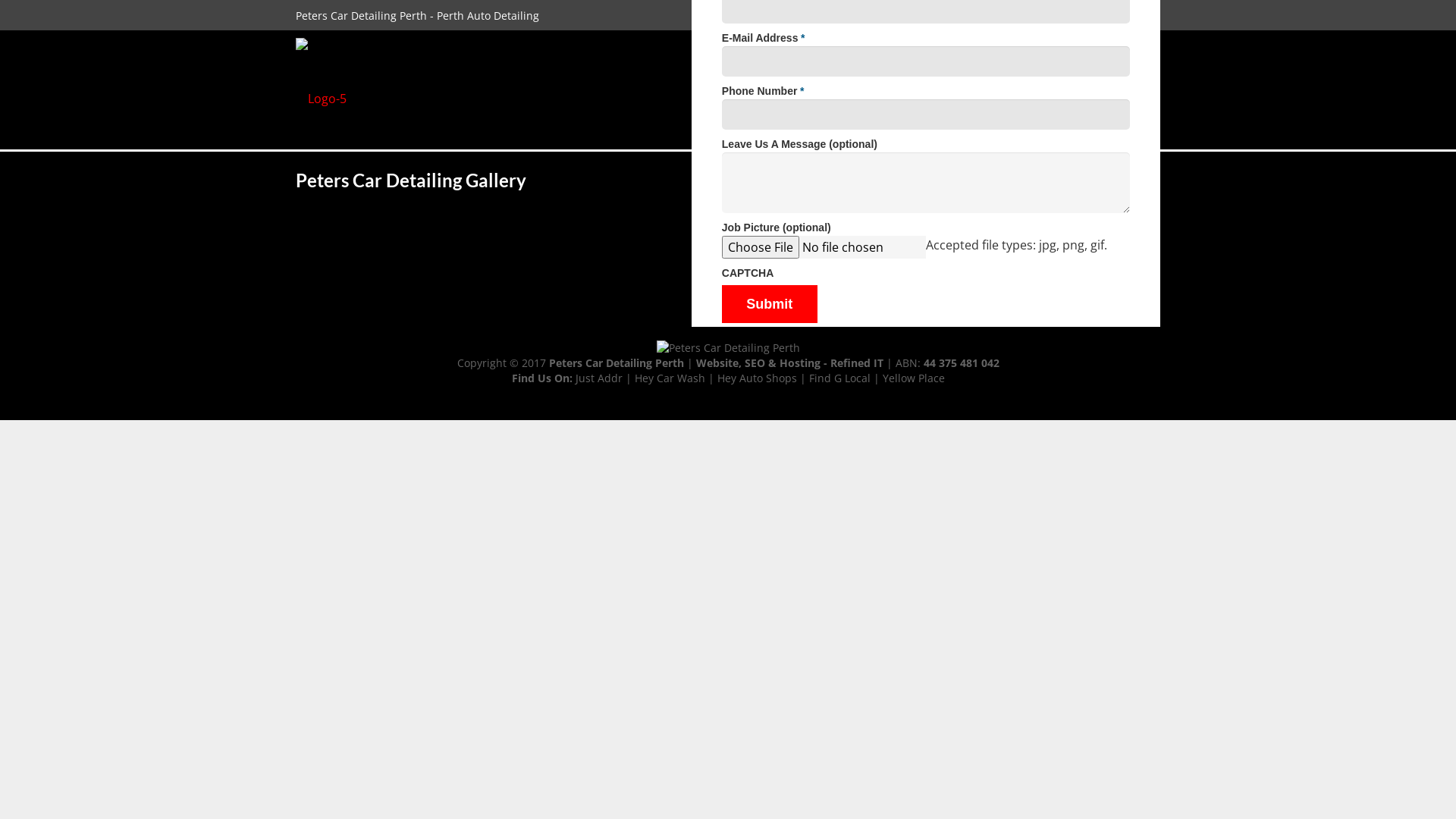 This screenshot has width=1456, height=819. I want to click on 'Website, SEO & Hosting - Refined IT', so click(789, 362).